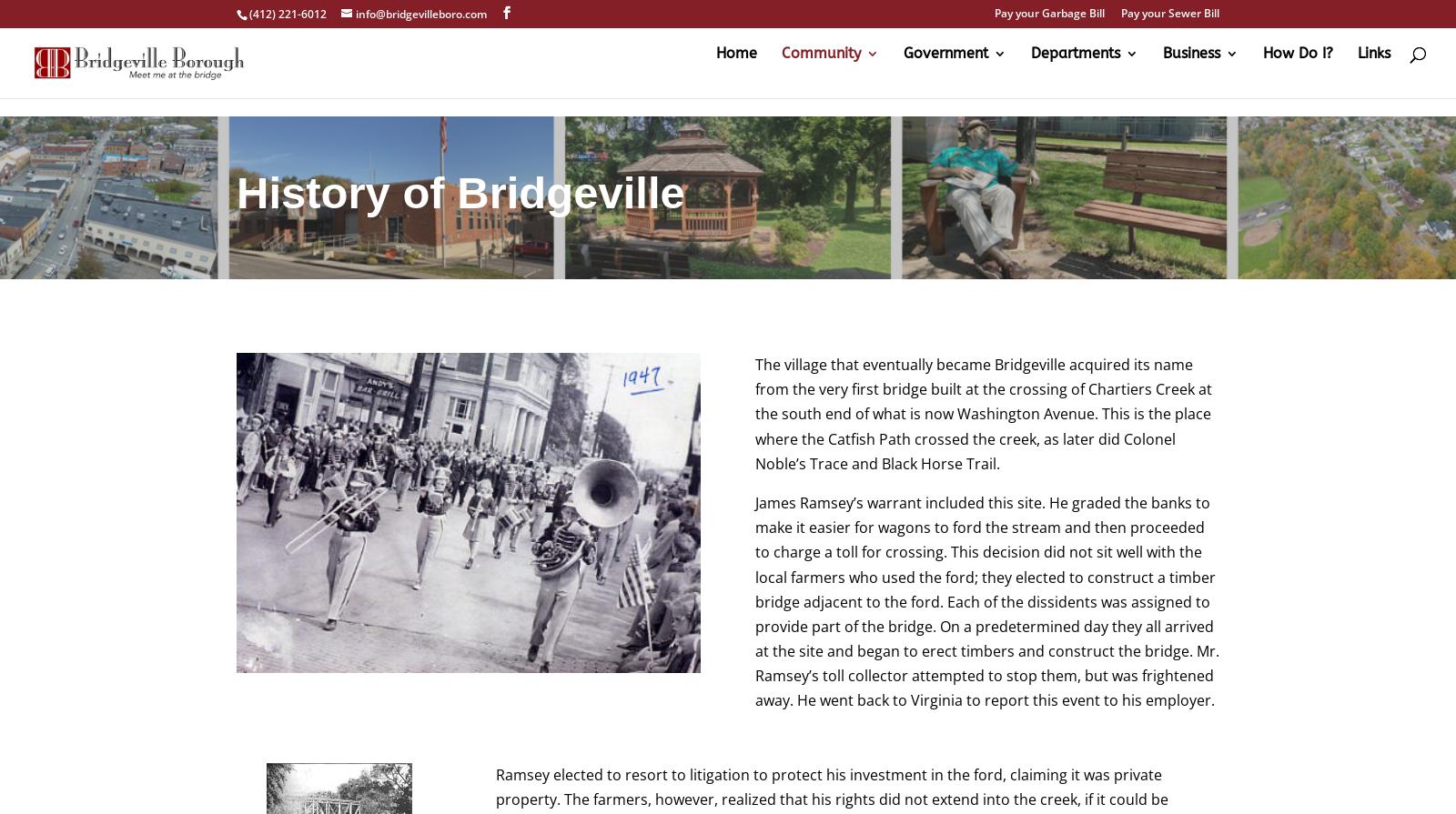 This screenshot has width=1456, height=814. Describe the element at coordinates (1067, 279) in the screenshot. I see `'Emergency Services'` at that location.